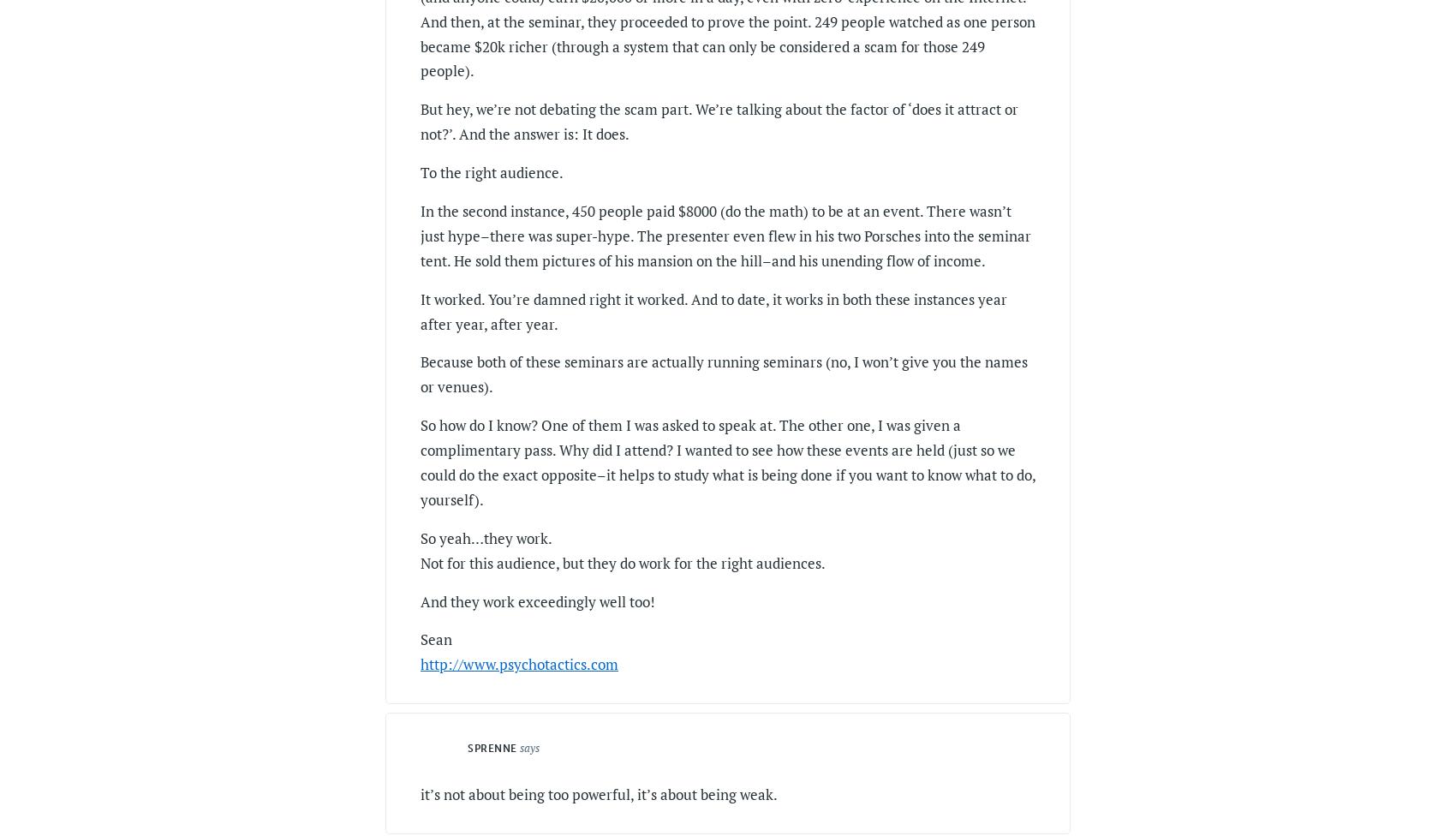 This screenshot has height=836, width=1456. Describe the element at coordinates (599, 793) in the screenshot. I see `'it’s not about being too powerful, it’s about being weak.'` at that location.